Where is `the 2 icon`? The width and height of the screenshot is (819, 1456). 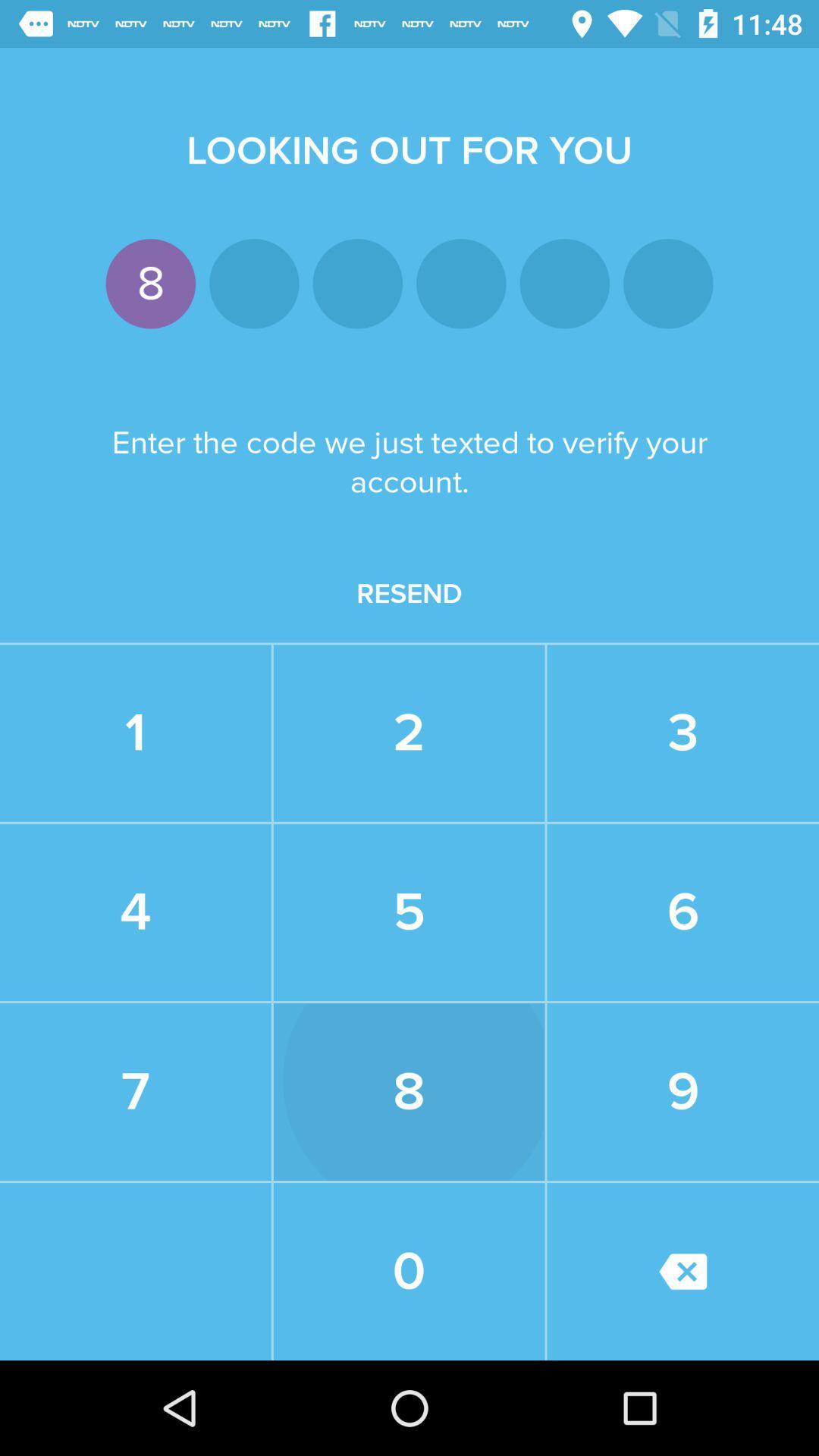
the 2 icon is located at coordinates (408, 733).